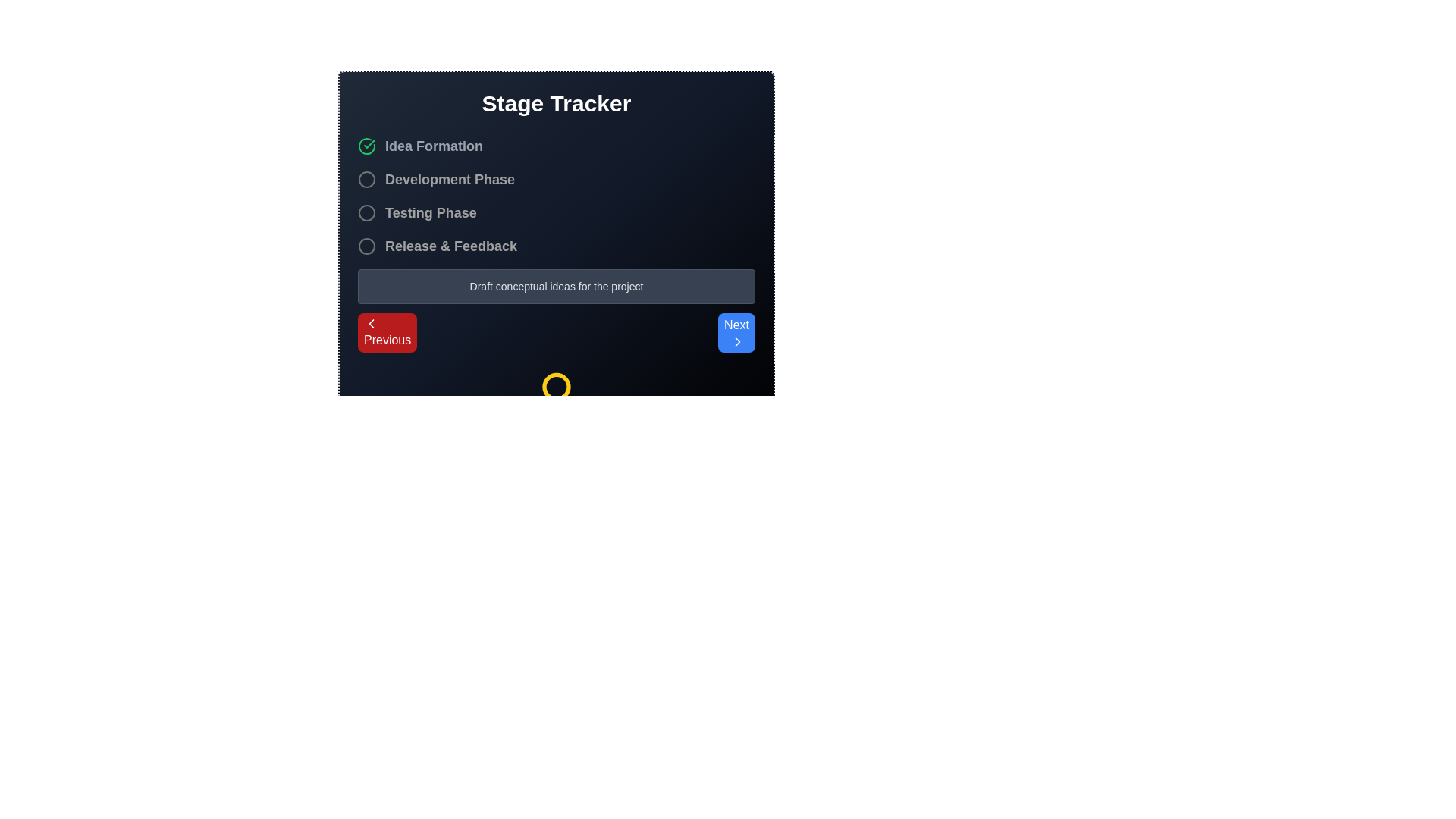  Describe the element at coordinates (369, 143) in the screenshot. I see `the check mark icon within a circle, which indicates a successful action, located next to the 'Idea Formation' label in the 'Stage Tracker' interface` at that location.